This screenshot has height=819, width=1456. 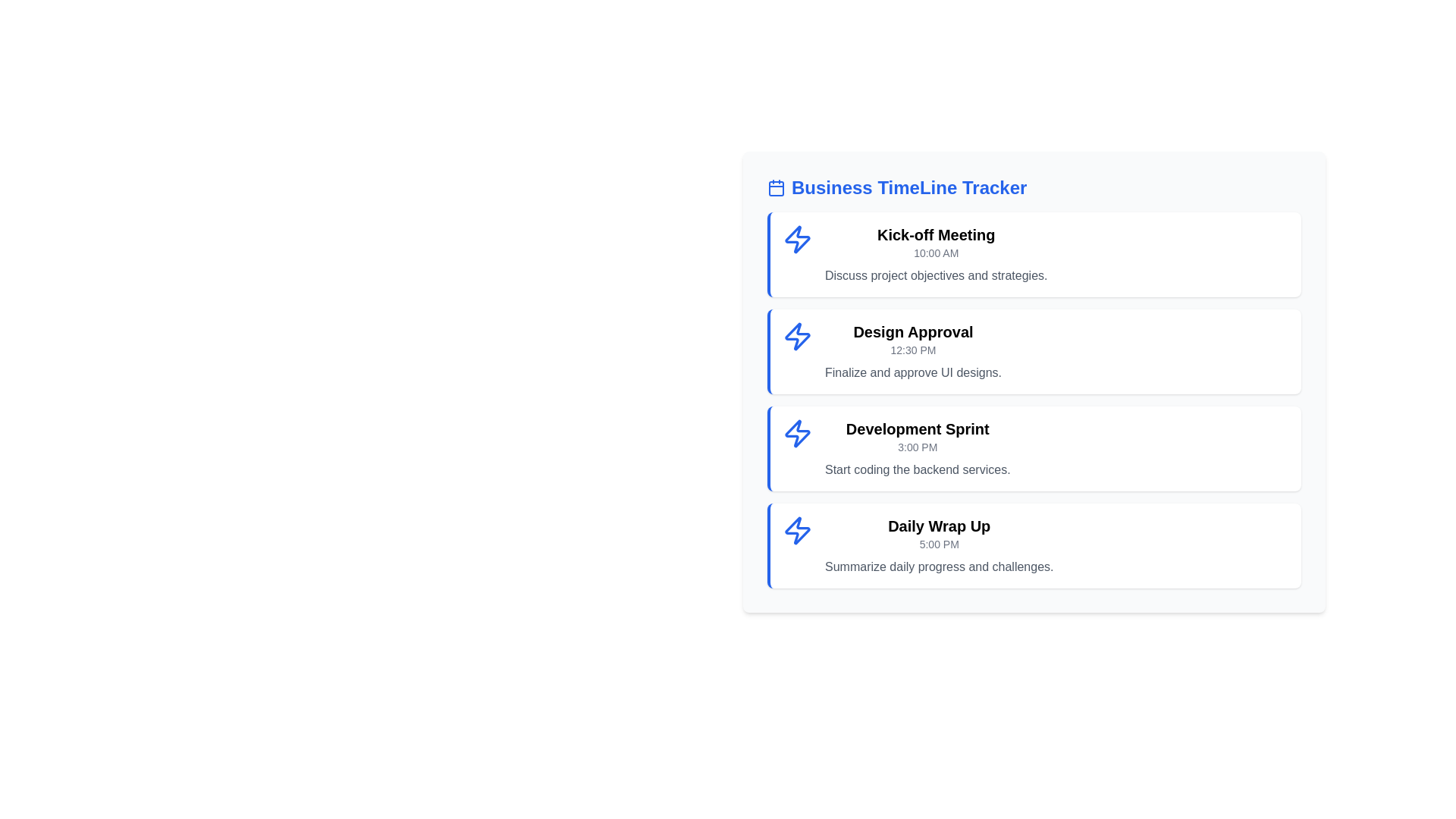 I want to click on the icon representing the 'Design Approval' task in the Business TimeLine Tracker, located on the left side of the second task card, so click(x=796, y=335).